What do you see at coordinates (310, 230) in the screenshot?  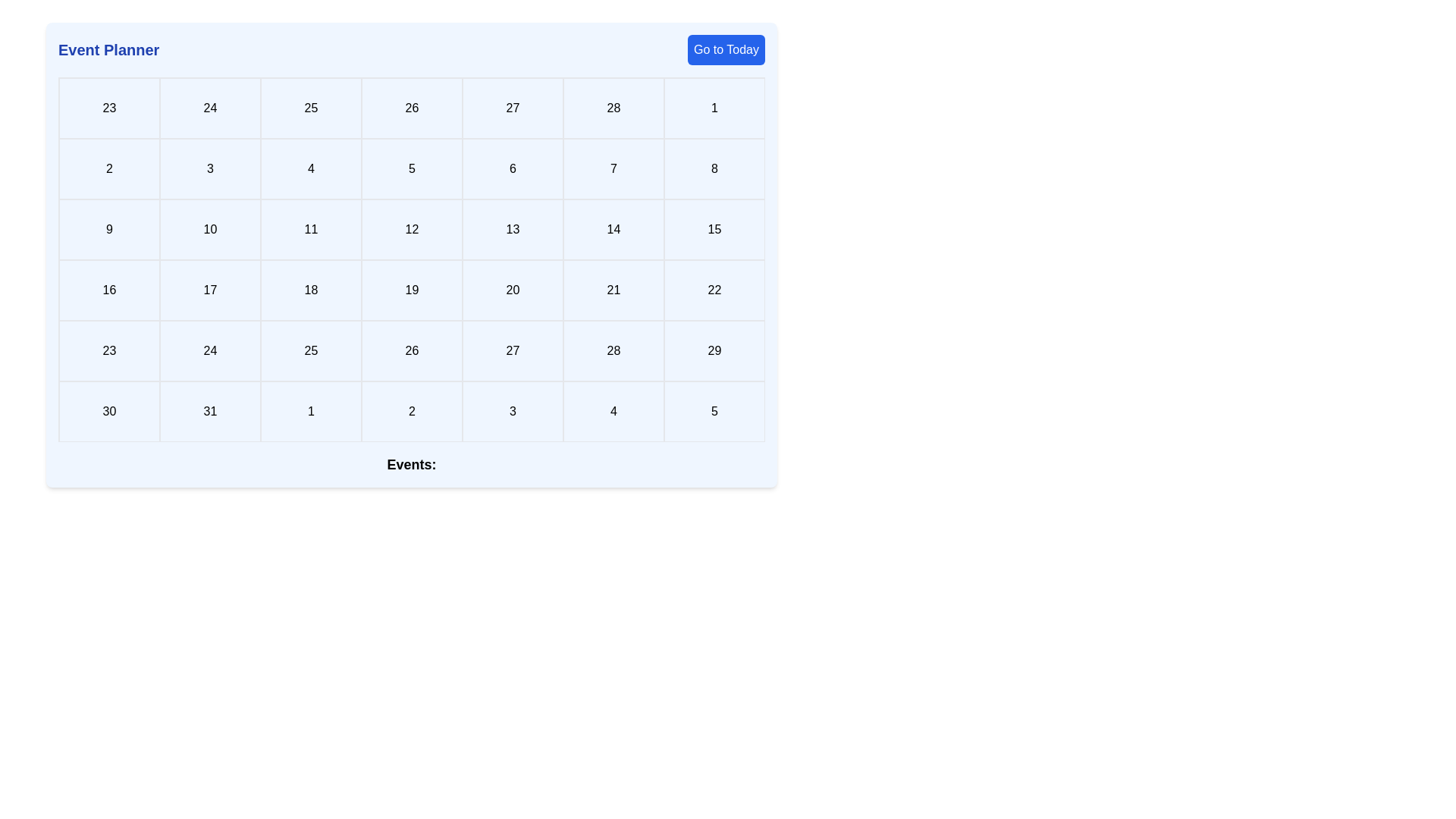 I see `the calendar grid cell representing the day '11'` at bounding box center [310, 230].